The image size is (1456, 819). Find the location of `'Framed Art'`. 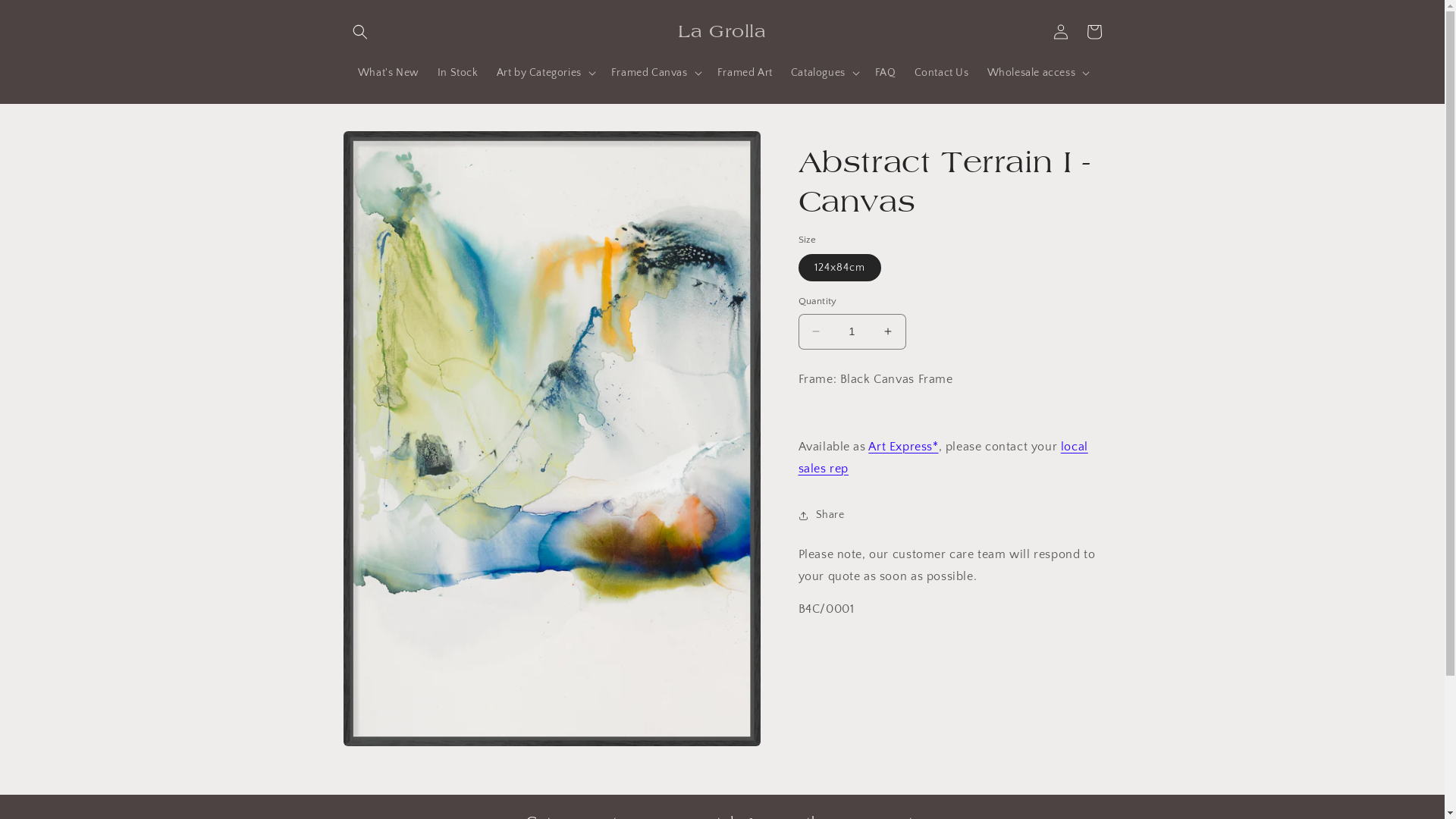

'Framed Art' is located at coordinates (745, 72).